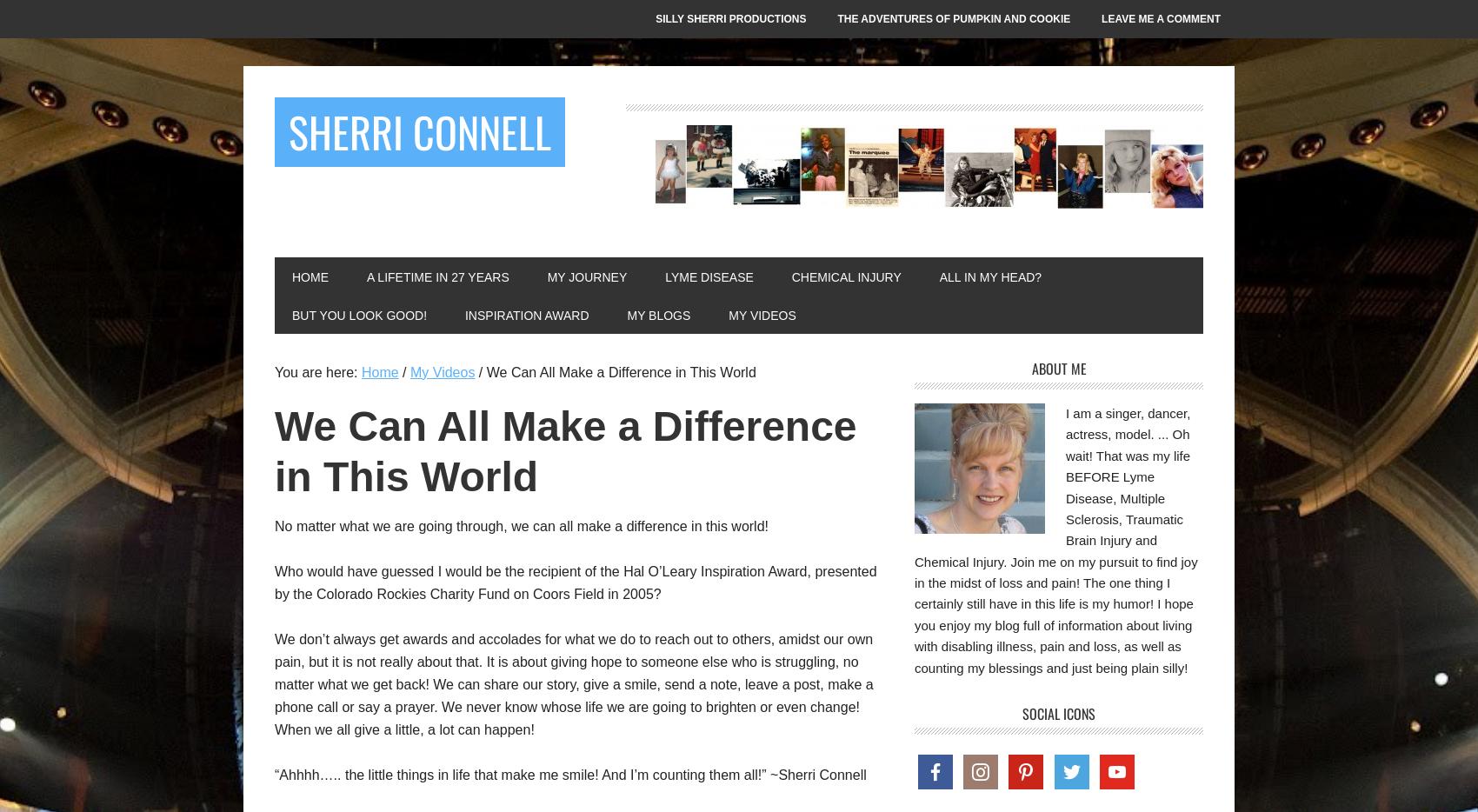 Image resolution: width=1478 pixels, height=812 pixels. Describe the element at coordinates (762, 316) in the screenshot. I see `'My Videos'` at that location.